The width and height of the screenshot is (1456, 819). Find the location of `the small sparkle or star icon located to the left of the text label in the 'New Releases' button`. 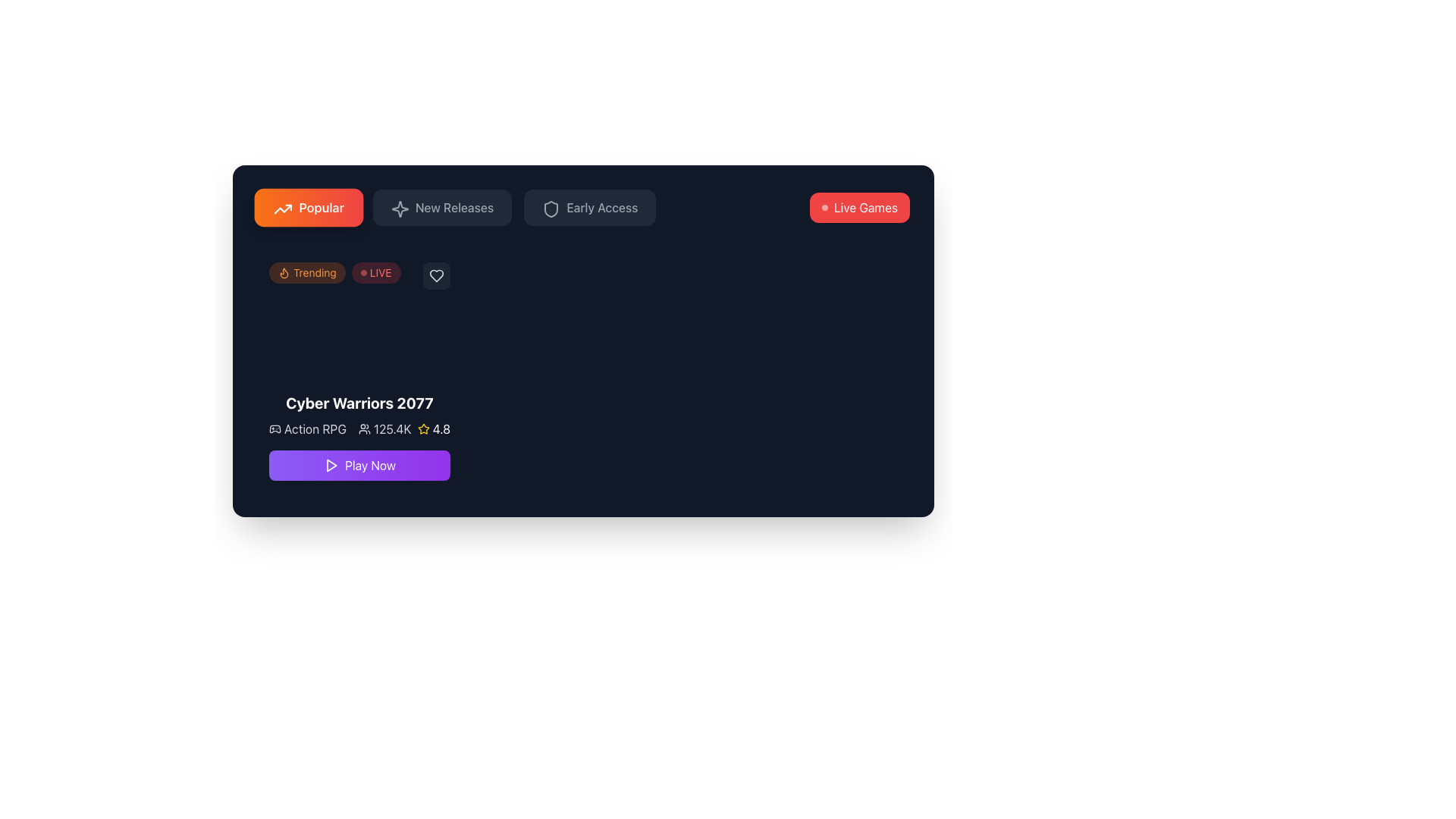

the small sparkle or star icon located to the left of the text label in the 'New Releases' button is located at coordinates (398, 207).